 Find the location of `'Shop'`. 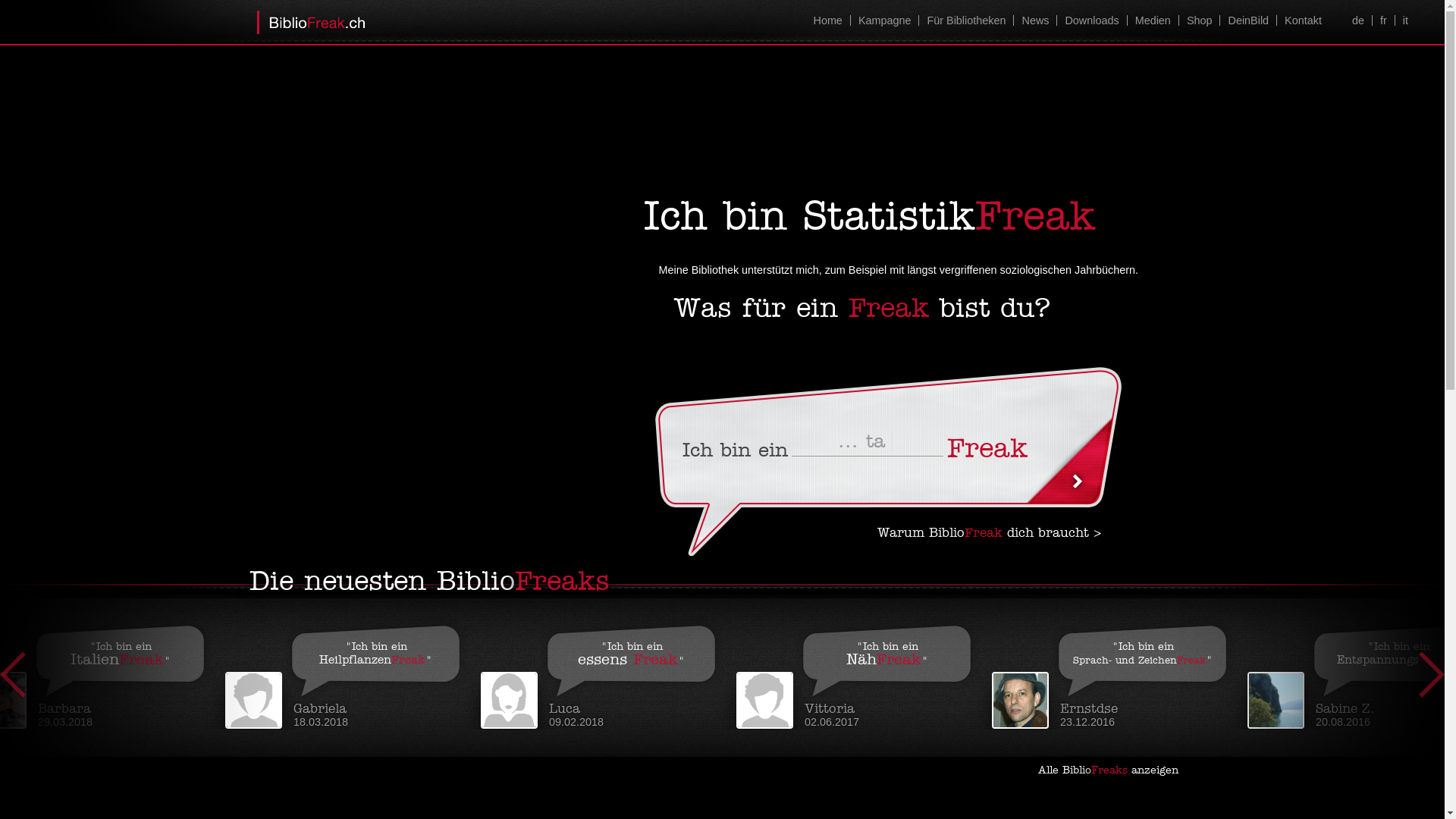

'Shop' is located at coordinates (1198, 20).